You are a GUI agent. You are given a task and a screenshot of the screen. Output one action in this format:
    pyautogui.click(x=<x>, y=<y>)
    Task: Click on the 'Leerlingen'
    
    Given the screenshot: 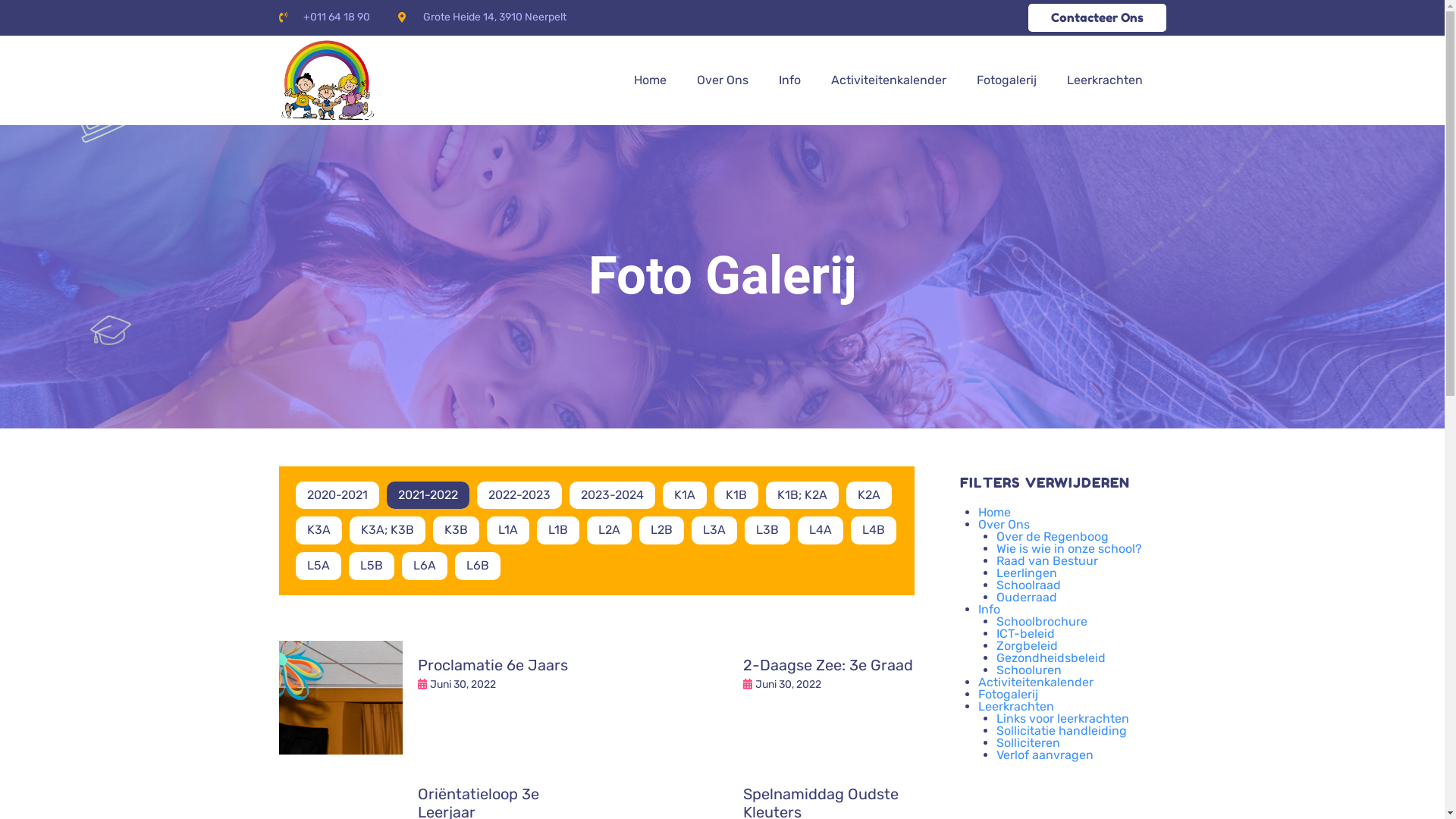 What is the action you would take?
    pyautogui.click(x=996, y=573)
    